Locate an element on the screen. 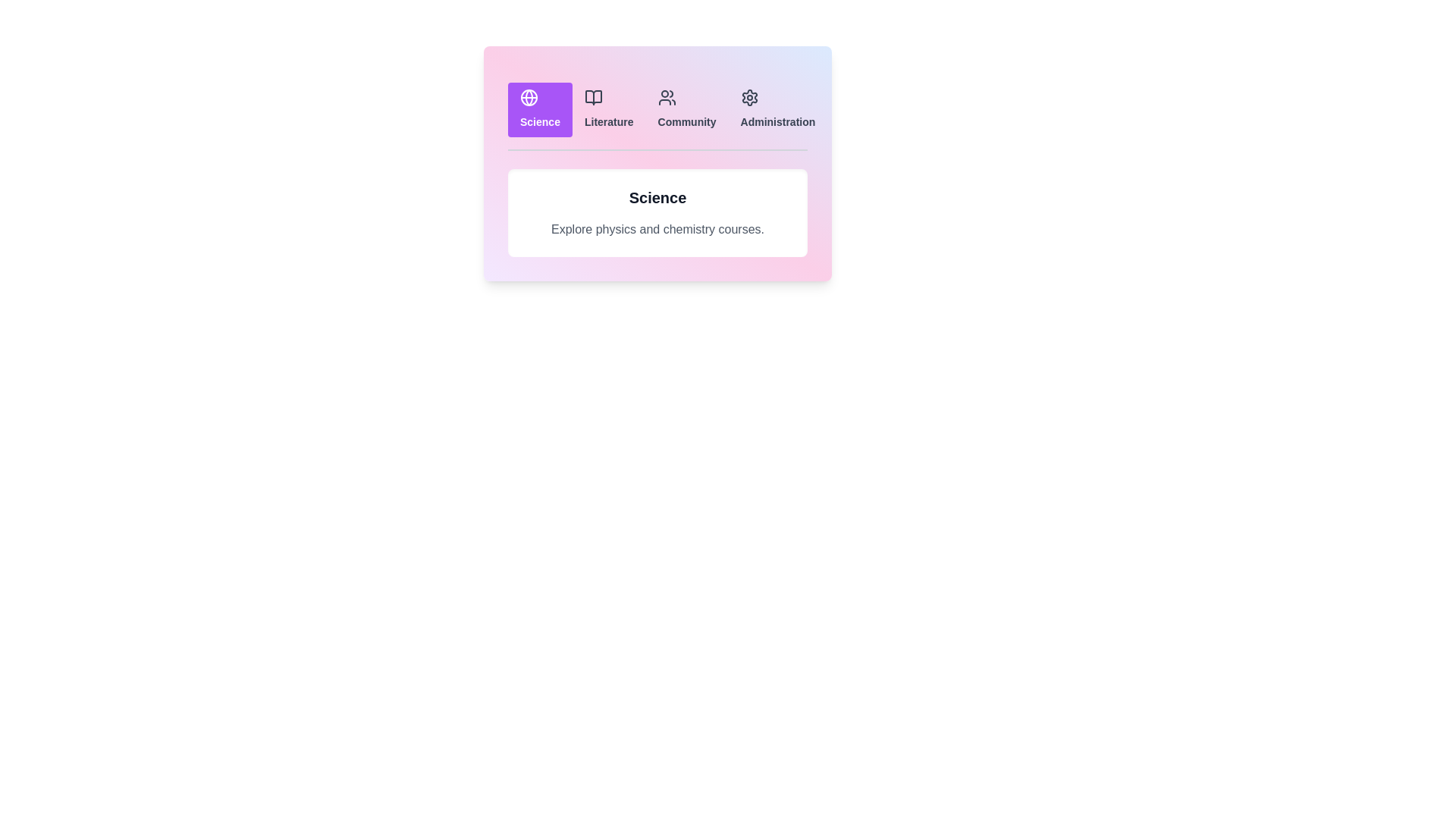  the Community tab is located at coordinates (686, 109).